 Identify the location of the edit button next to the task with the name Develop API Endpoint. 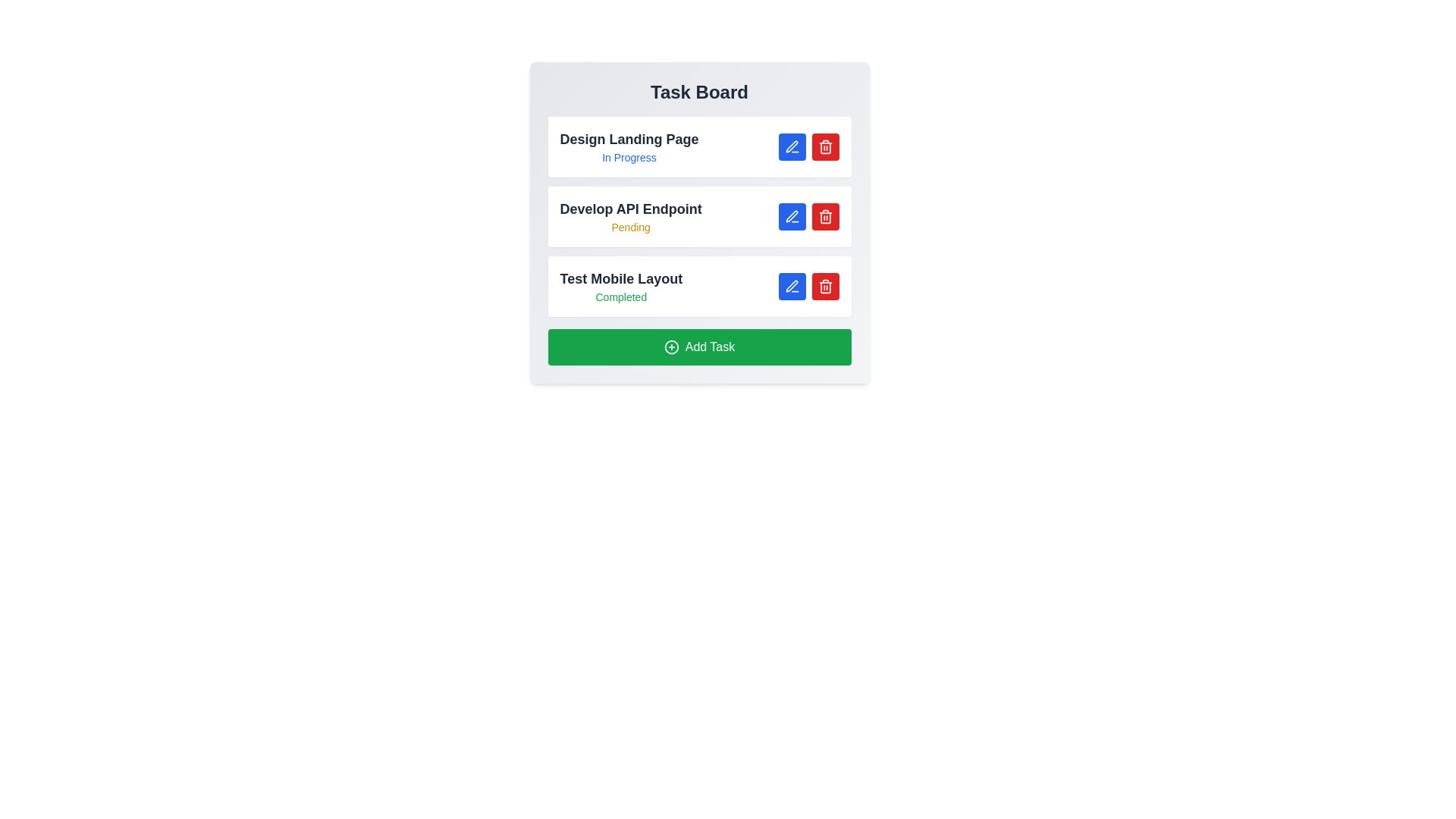
(791, 216).